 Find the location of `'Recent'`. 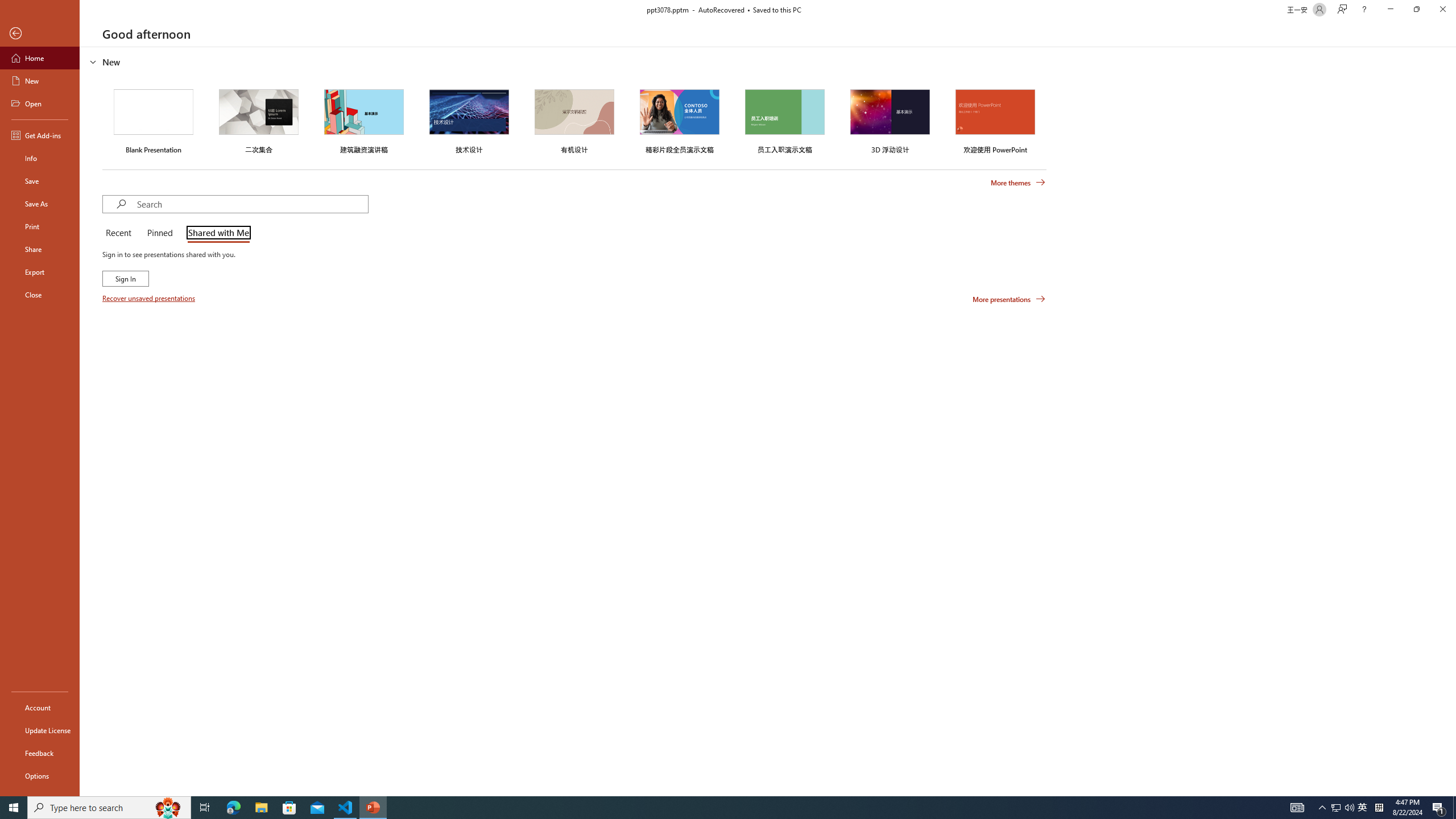

'Recent' is located at coordinates (120, 233).